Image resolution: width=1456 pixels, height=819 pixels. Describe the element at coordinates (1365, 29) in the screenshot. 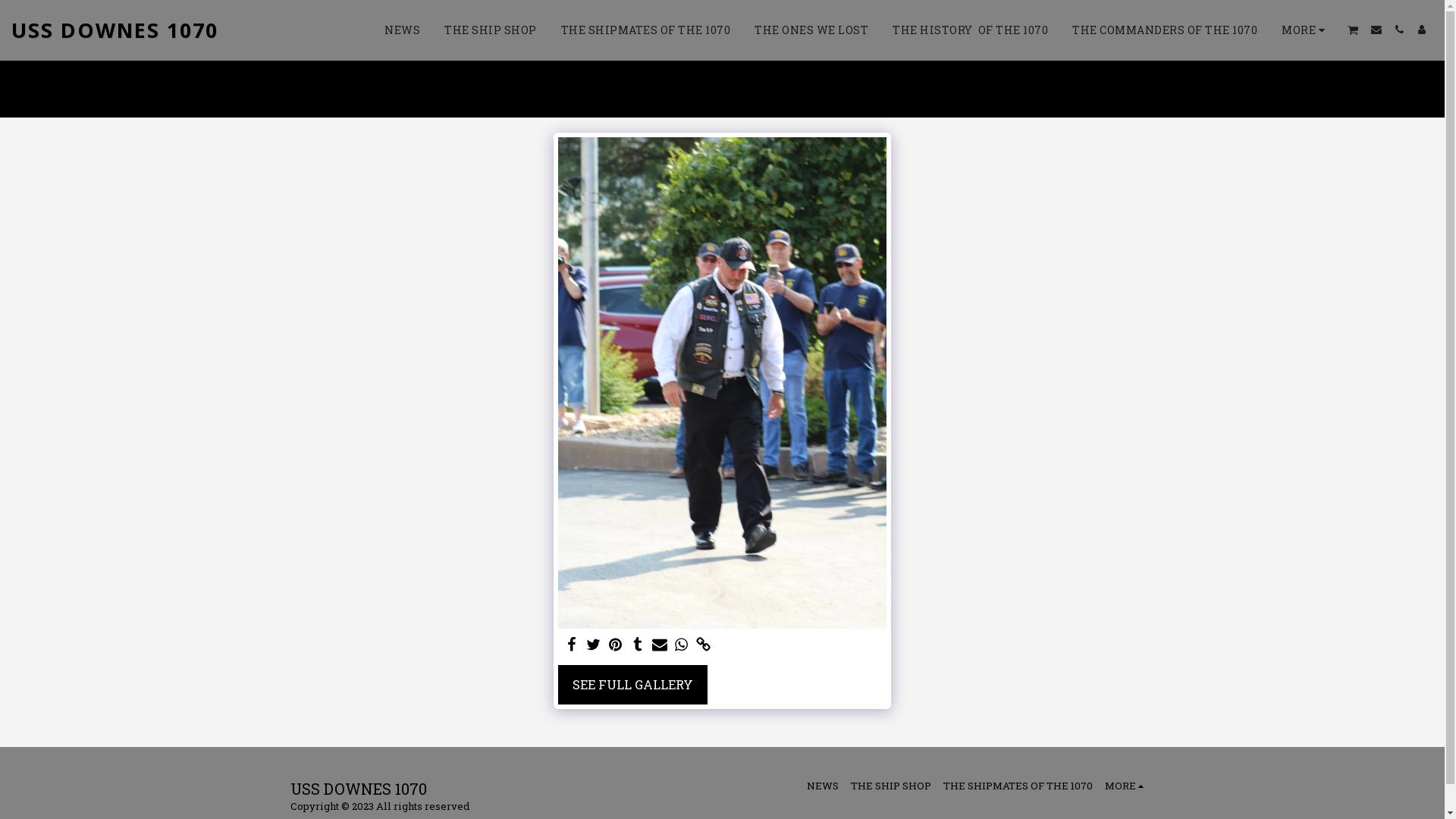

I see `' '` at that location.